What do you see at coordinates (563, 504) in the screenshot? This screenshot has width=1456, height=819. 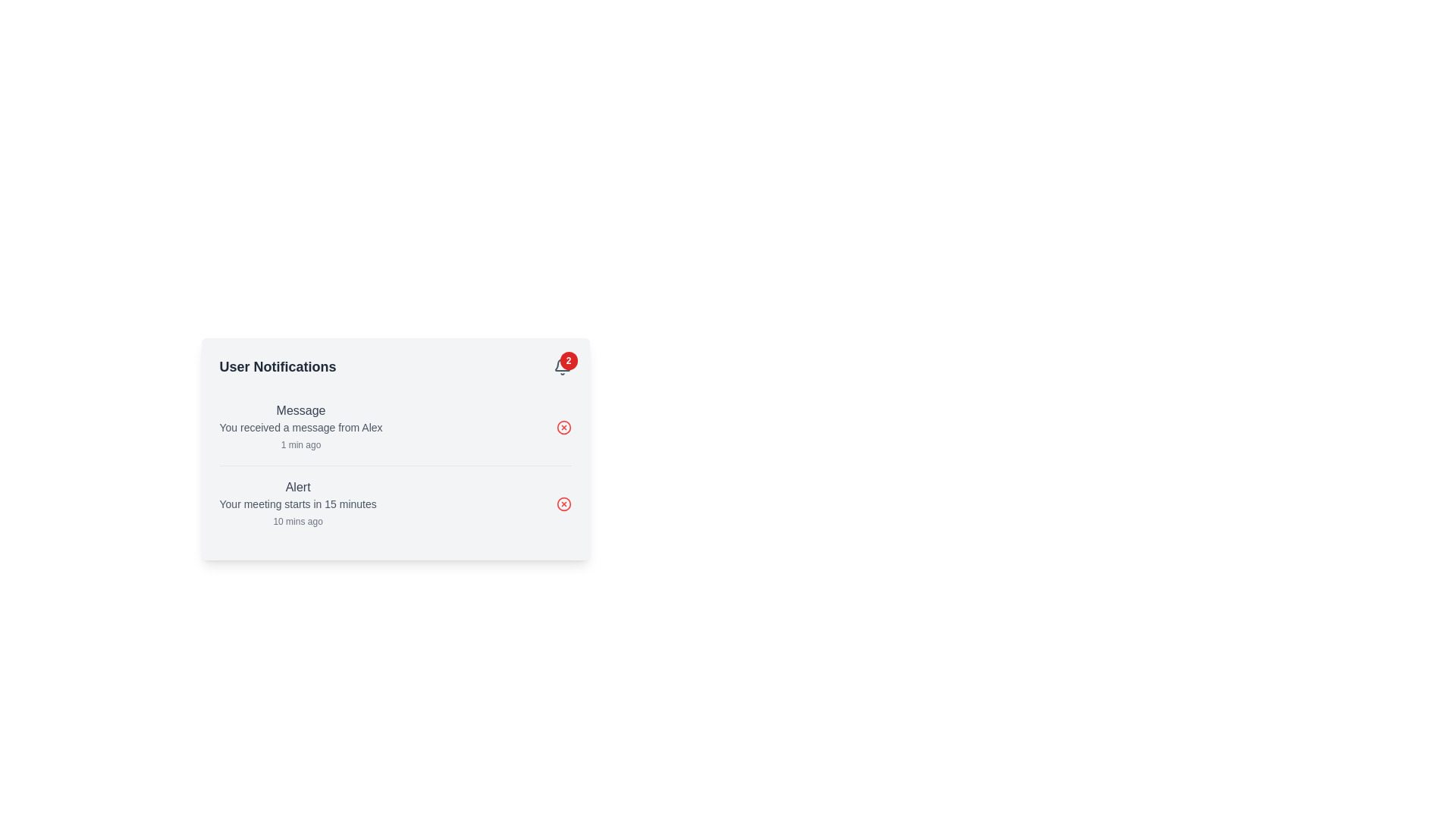 I see `the red circular icon with a stylized 'X' symbol located on the rightmost side of the second notification entry` at bounding box center [563, 504].